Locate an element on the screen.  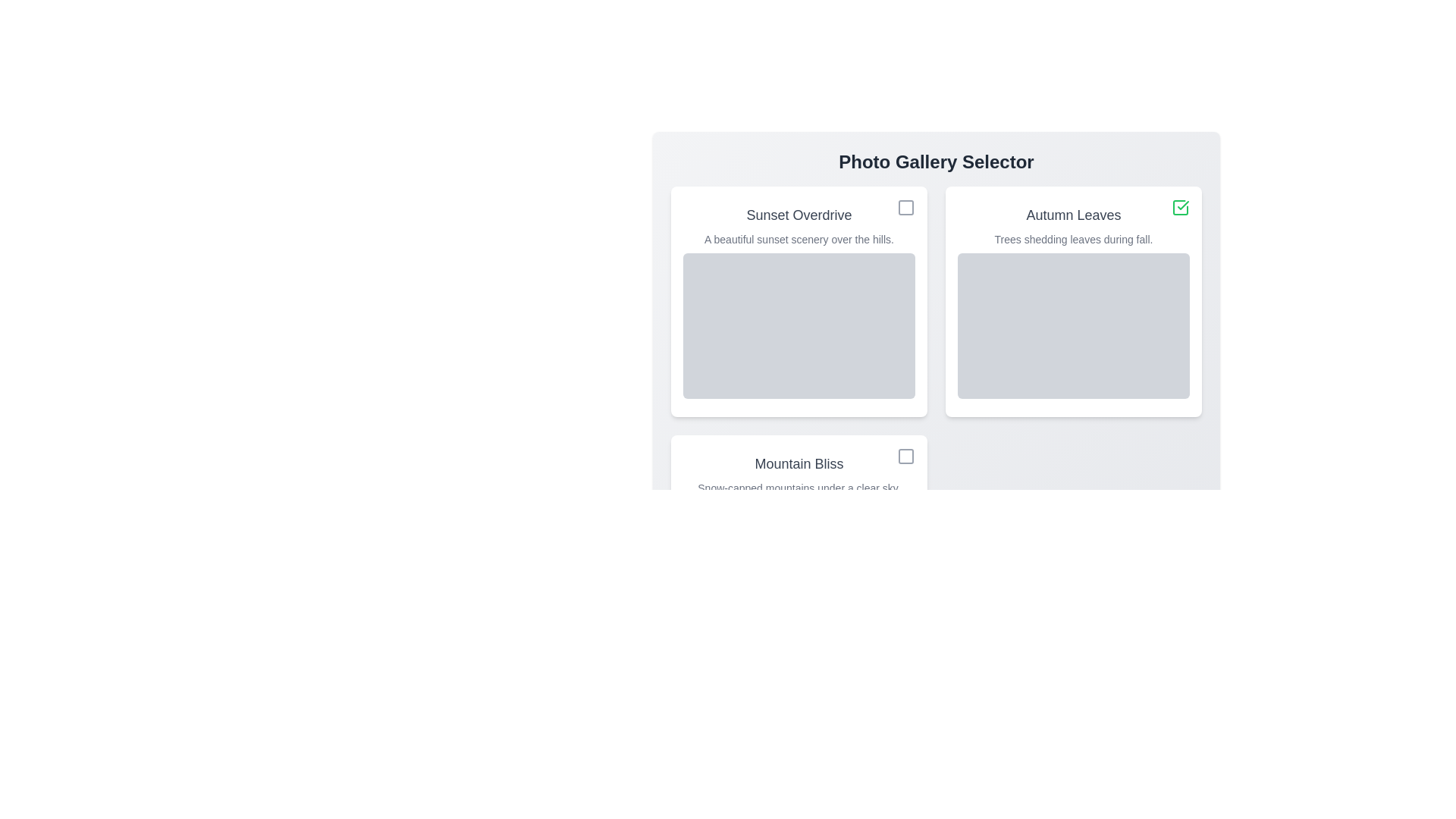
the gallery item Mountain Bliss by clicking its checkbox is located at coordinates (906, 455).